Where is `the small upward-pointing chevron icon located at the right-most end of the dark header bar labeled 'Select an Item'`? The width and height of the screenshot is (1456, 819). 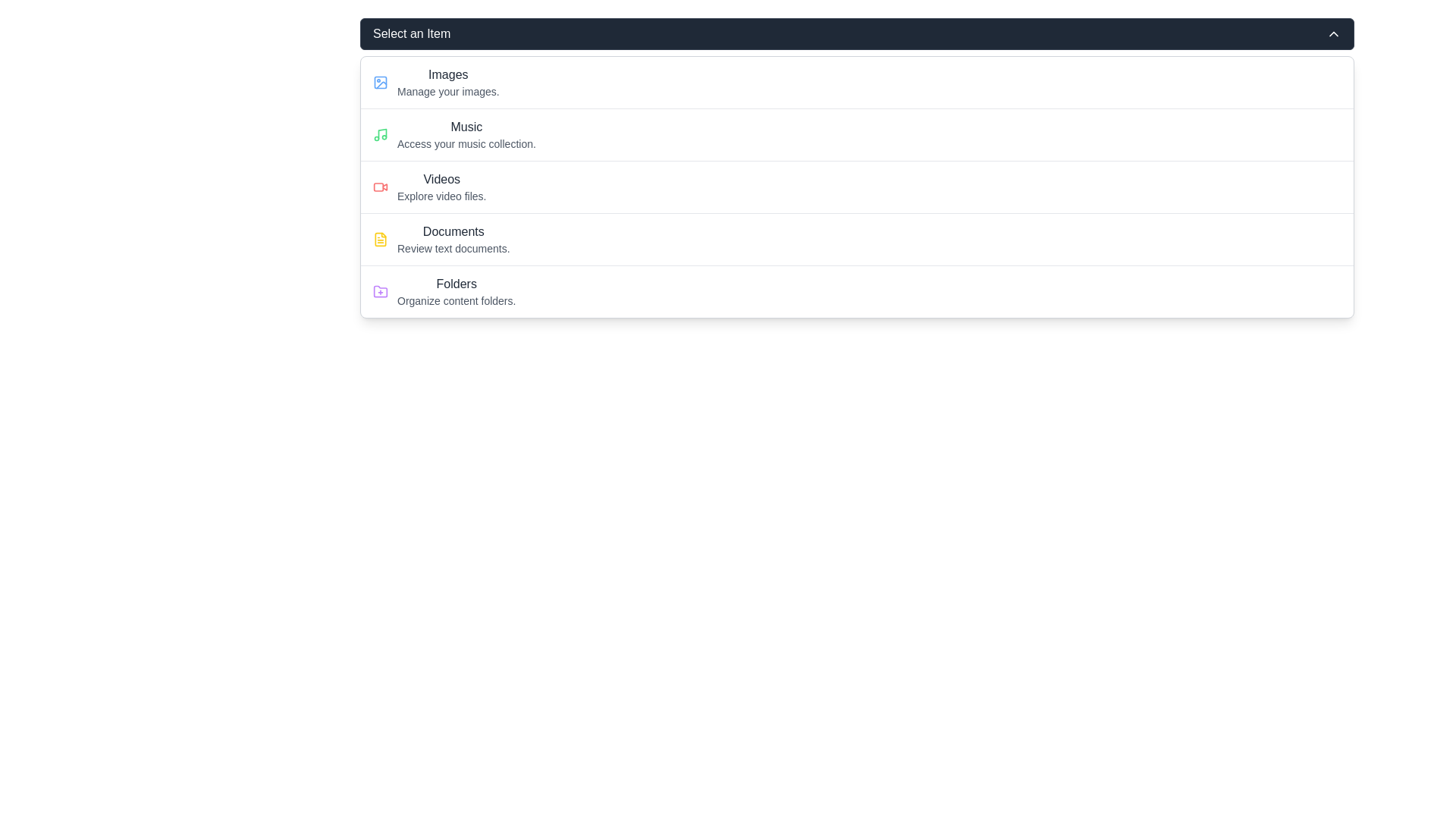 the small upward-pointing chevron icon located at the right-most end of the dark header bar labeled 'Select an Item' is located at coordinates (1332, 34).